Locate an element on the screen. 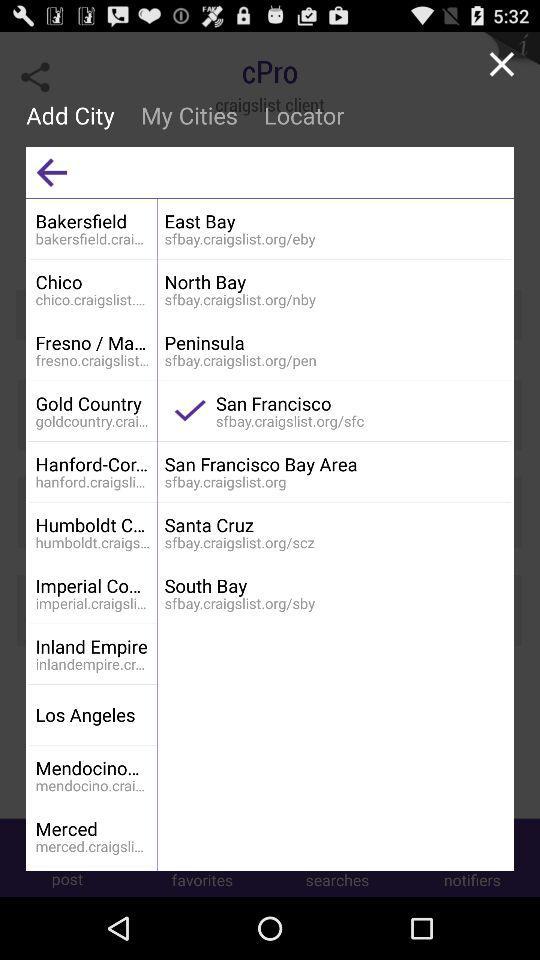  app next to the san francisco item is located at coordinates (190, 410).